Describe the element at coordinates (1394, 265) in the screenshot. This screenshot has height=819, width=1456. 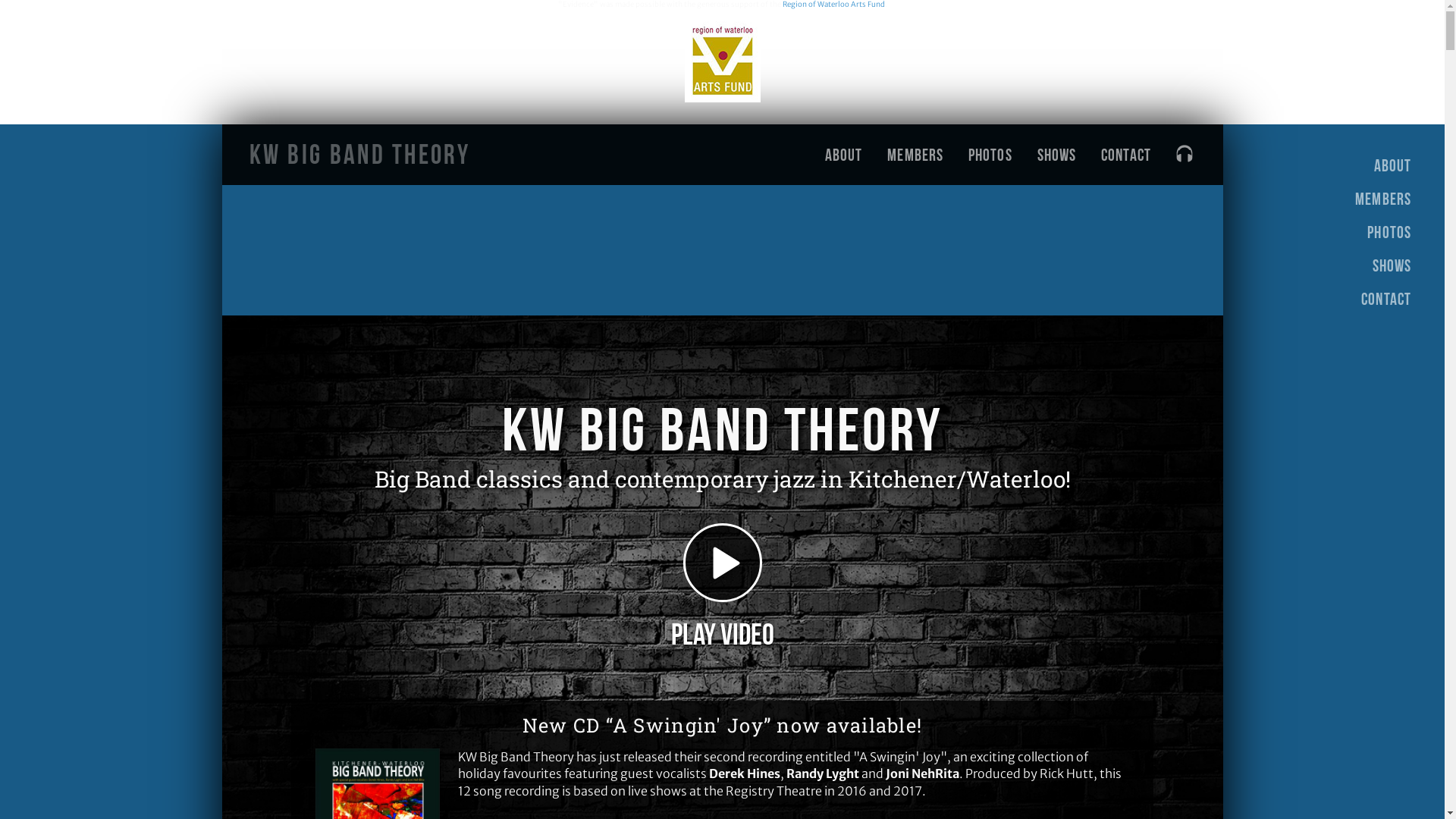
I see `'SHOWS'` at that location.